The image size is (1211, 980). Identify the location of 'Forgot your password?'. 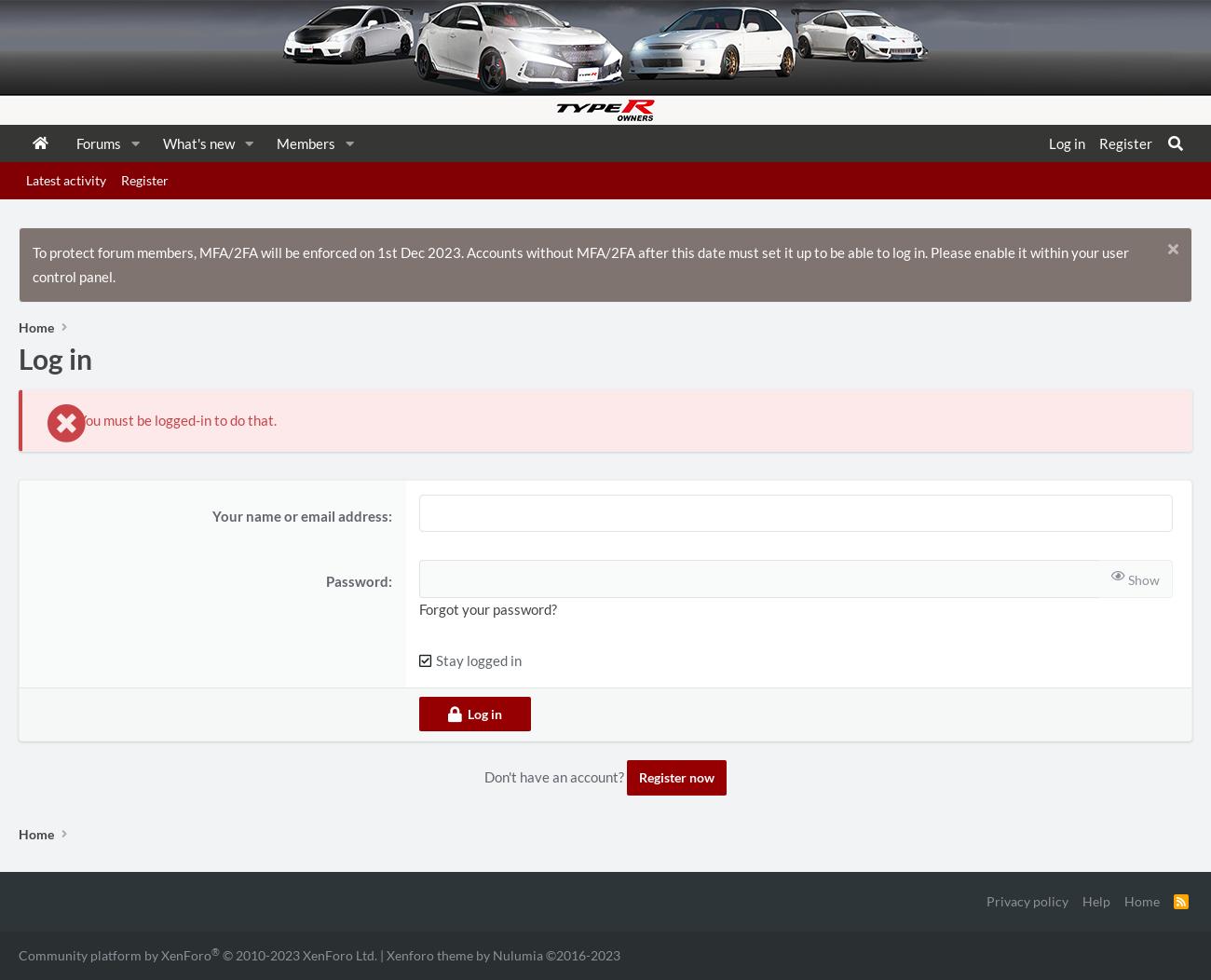
(488, 607).